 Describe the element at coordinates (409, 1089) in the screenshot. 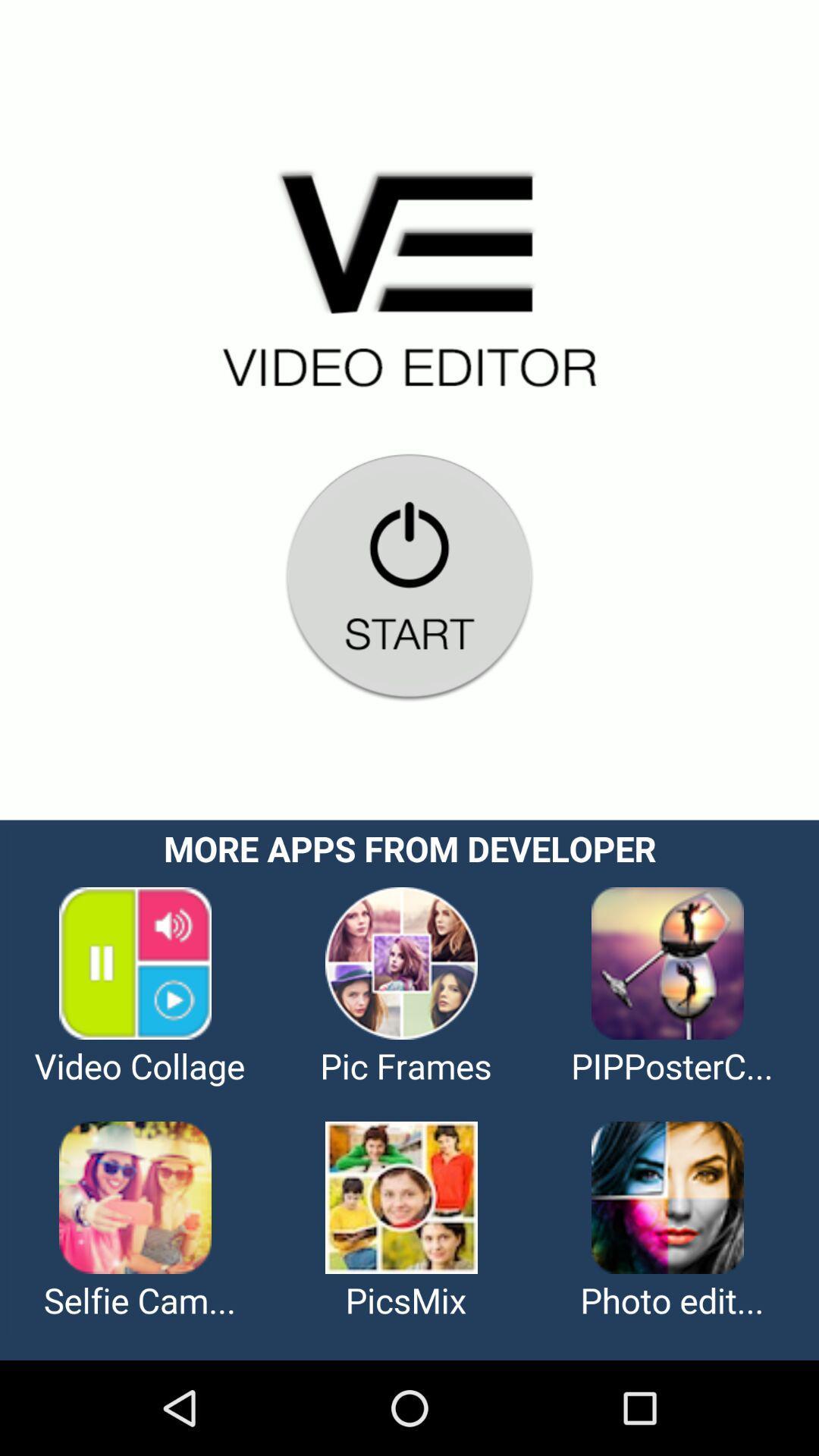

I see `other apps` at that location.